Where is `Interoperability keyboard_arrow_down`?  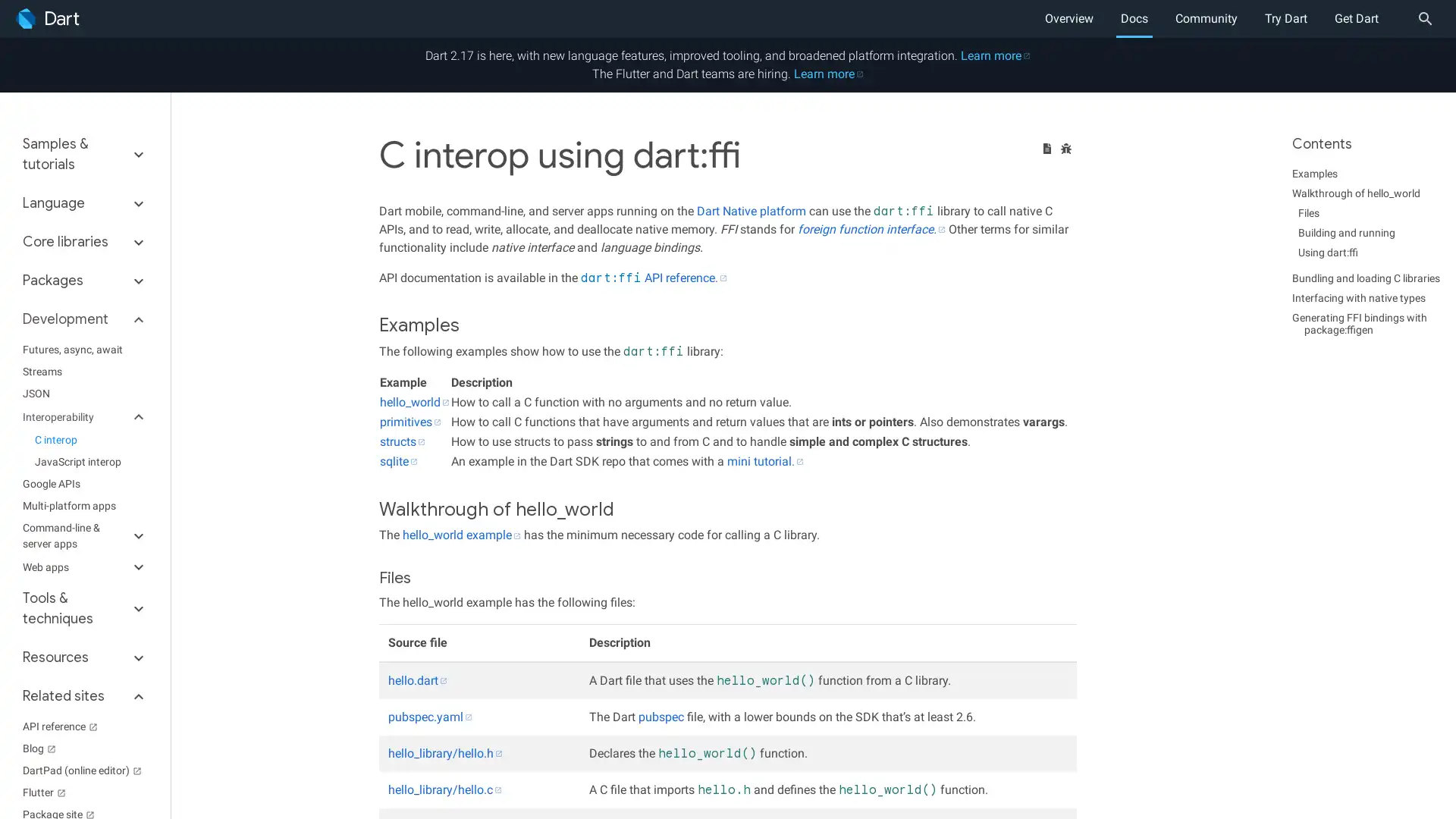
Interoperability keyboard_arrow_down is located at coordinates (84, 417).